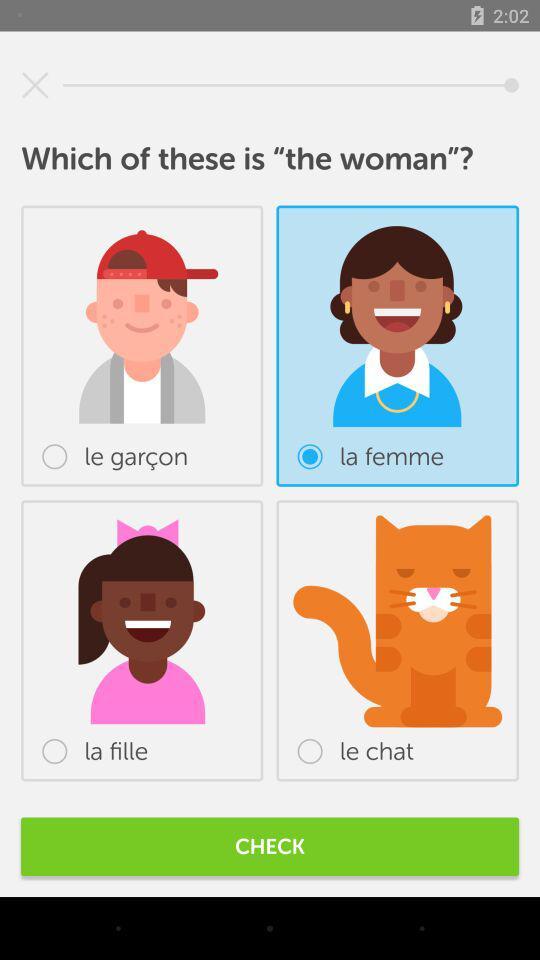 The width and height of the screenshot is (540, 960). Describe the element at coordinates (270, 845) in the screenshot. I see `the check item` at that location.